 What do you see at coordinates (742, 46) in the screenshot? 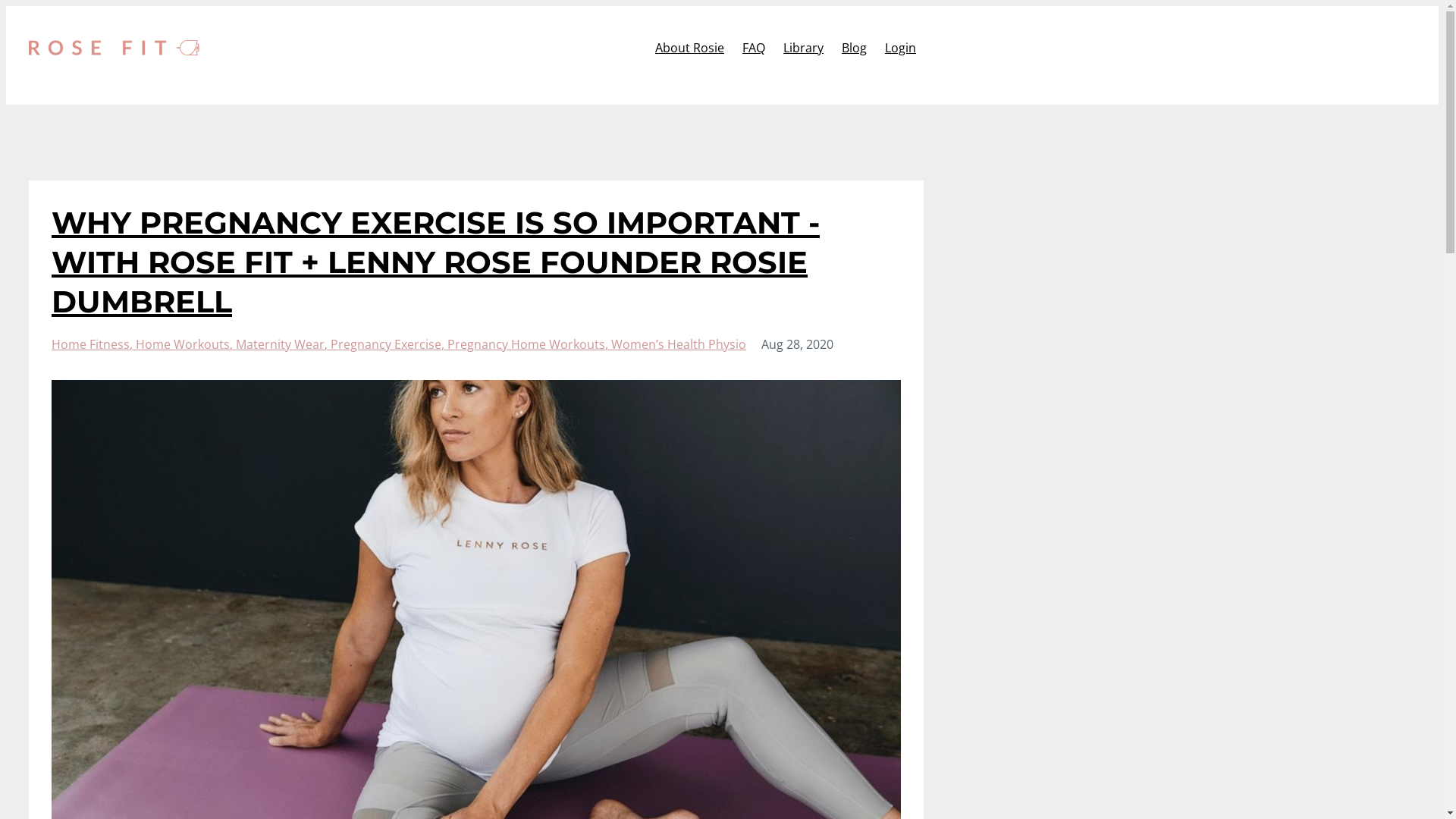
I see `'FAQ'` at bounding box center [742, 46].